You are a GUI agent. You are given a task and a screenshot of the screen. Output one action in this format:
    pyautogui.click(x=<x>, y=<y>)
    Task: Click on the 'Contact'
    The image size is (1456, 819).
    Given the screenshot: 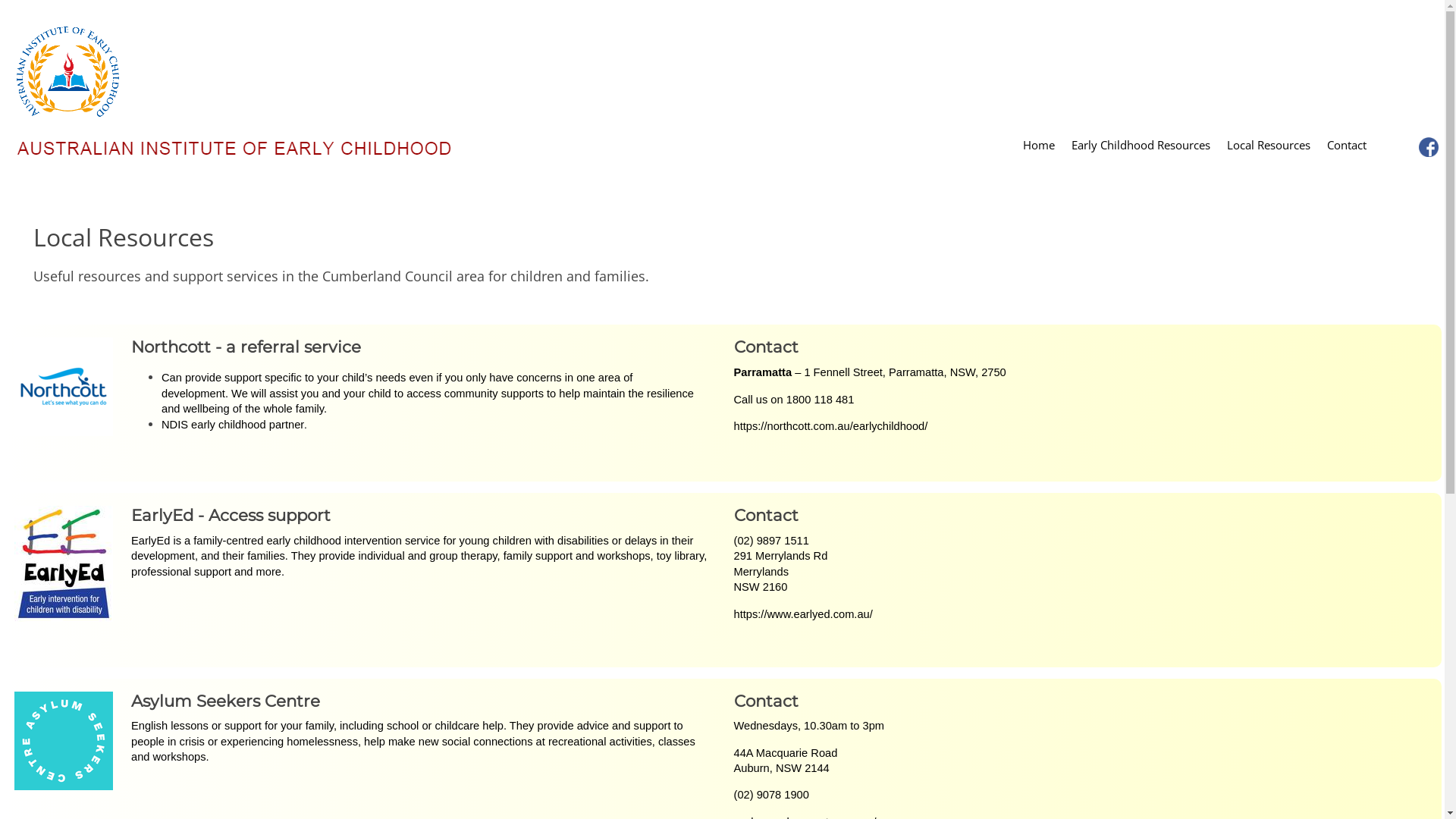 What is the action you would take?
    pyautogui.click(x=1347, y=146)
    